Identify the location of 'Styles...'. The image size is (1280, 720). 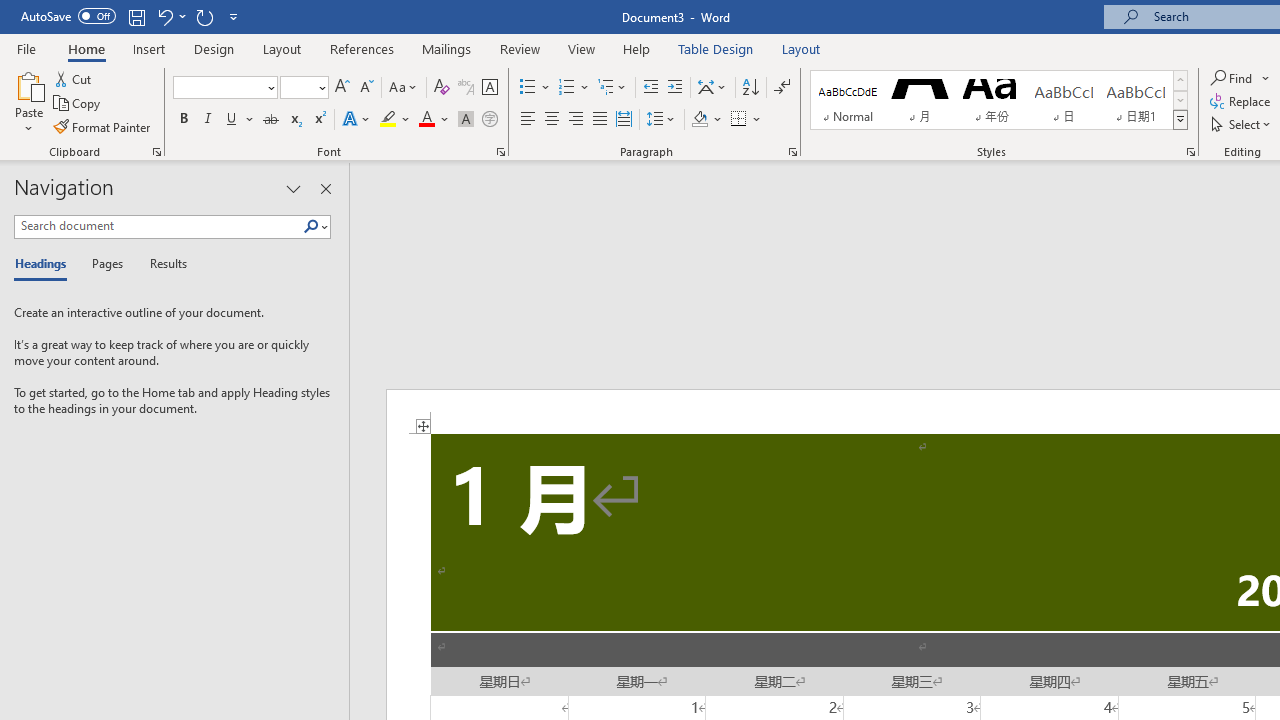
(1191, 150).